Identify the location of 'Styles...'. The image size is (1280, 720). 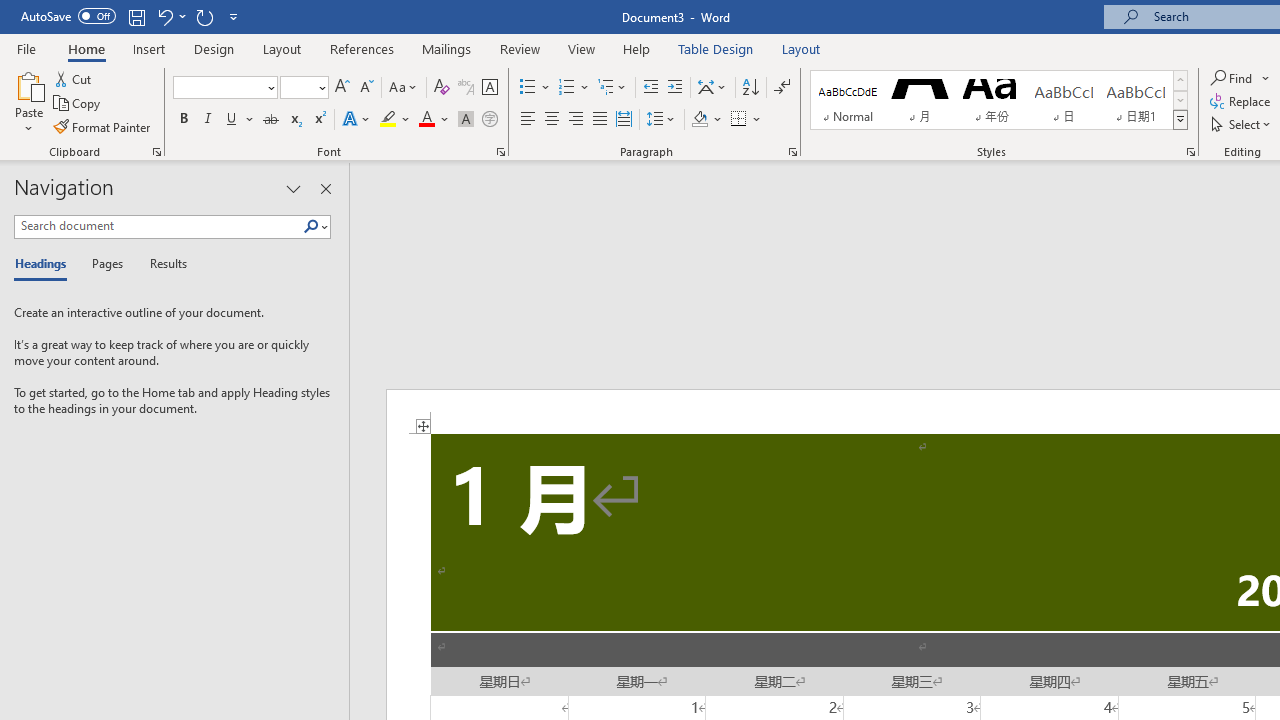
(1191, 150).